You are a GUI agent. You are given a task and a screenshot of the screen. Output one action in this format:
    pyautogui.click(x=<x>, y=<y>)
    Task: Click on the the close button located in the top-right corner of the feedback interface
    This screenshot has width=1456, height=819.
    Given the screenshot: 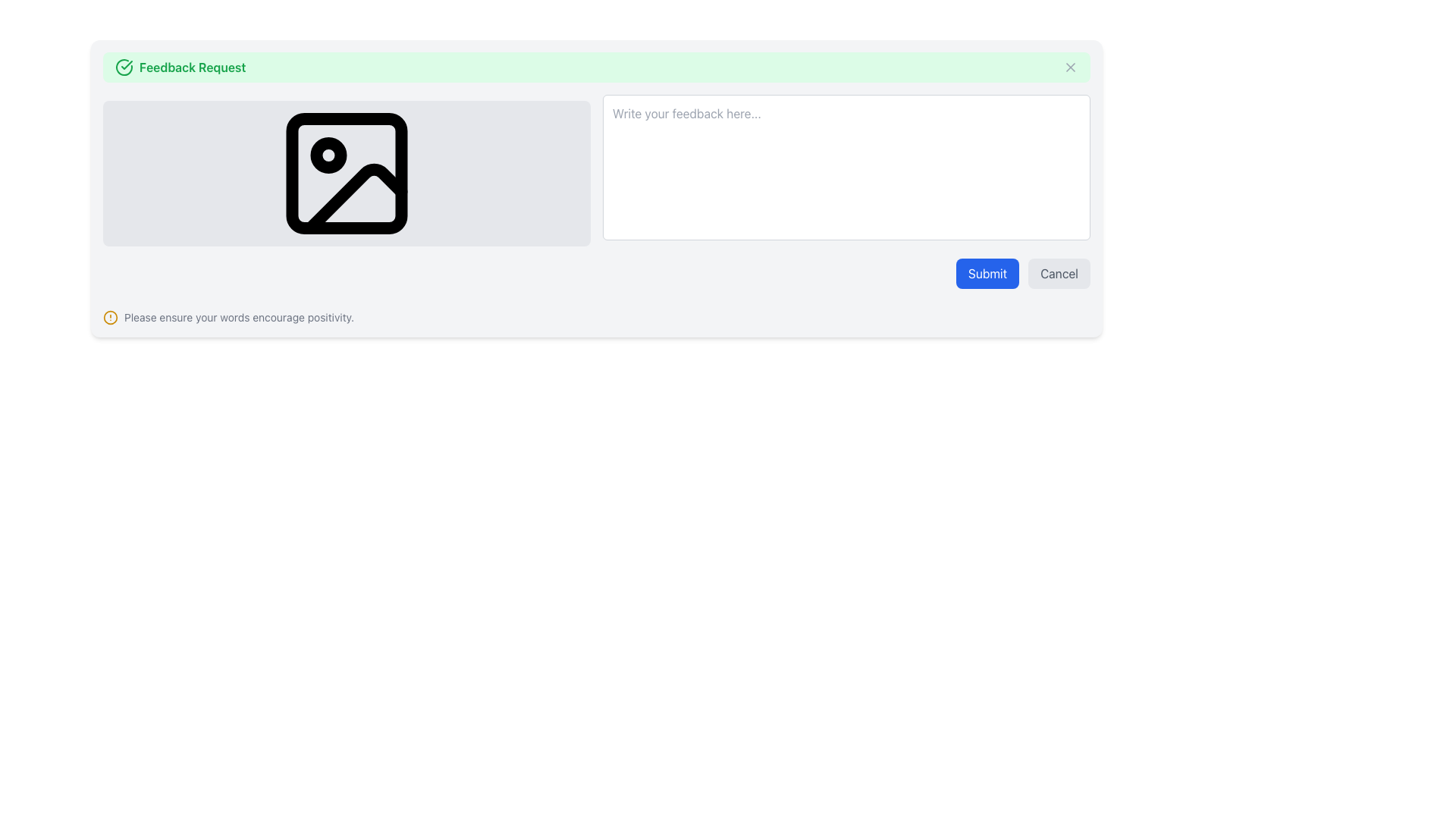 What is the action you would take?
    pyautogui.click(x=1069, y=66)
    